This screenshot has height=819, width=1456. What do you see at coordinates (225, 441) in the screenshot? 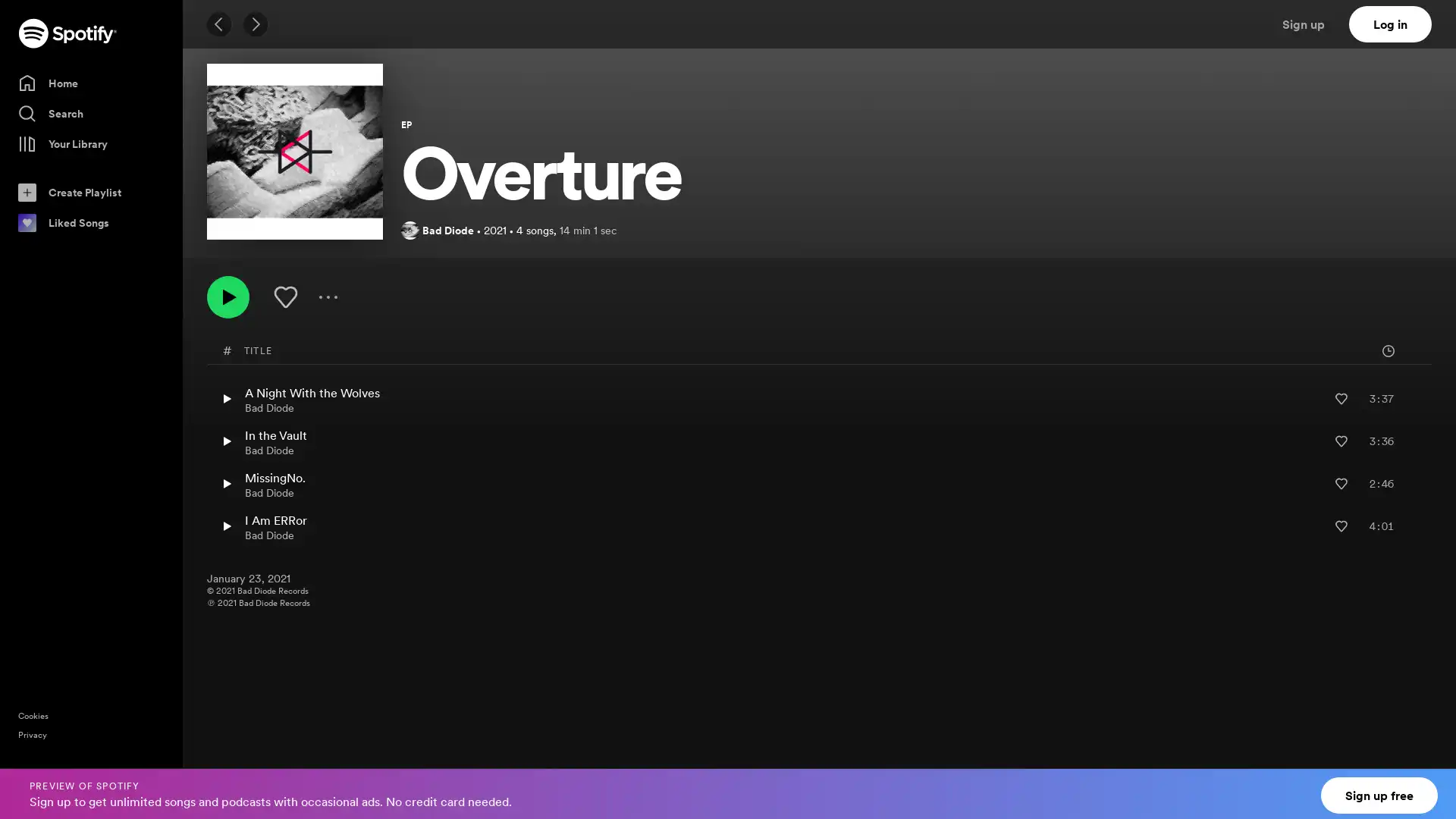
I see `Play In the Vault by Bad Diode` at bounding box center [225, 441].